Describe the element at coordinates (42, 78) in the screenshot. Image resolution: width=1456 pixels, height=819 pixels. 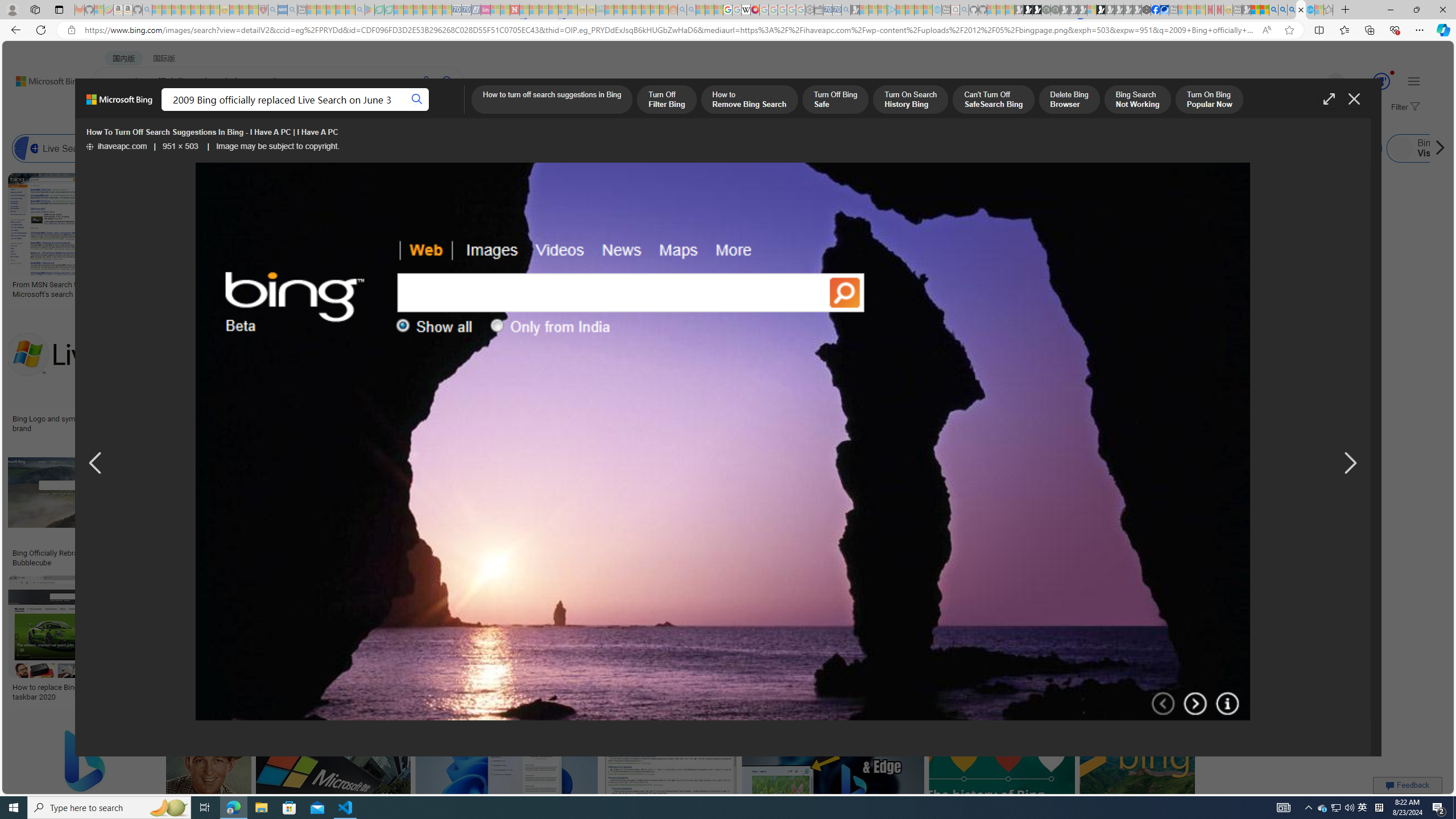
I see `'Back to Bing search'` at that location.